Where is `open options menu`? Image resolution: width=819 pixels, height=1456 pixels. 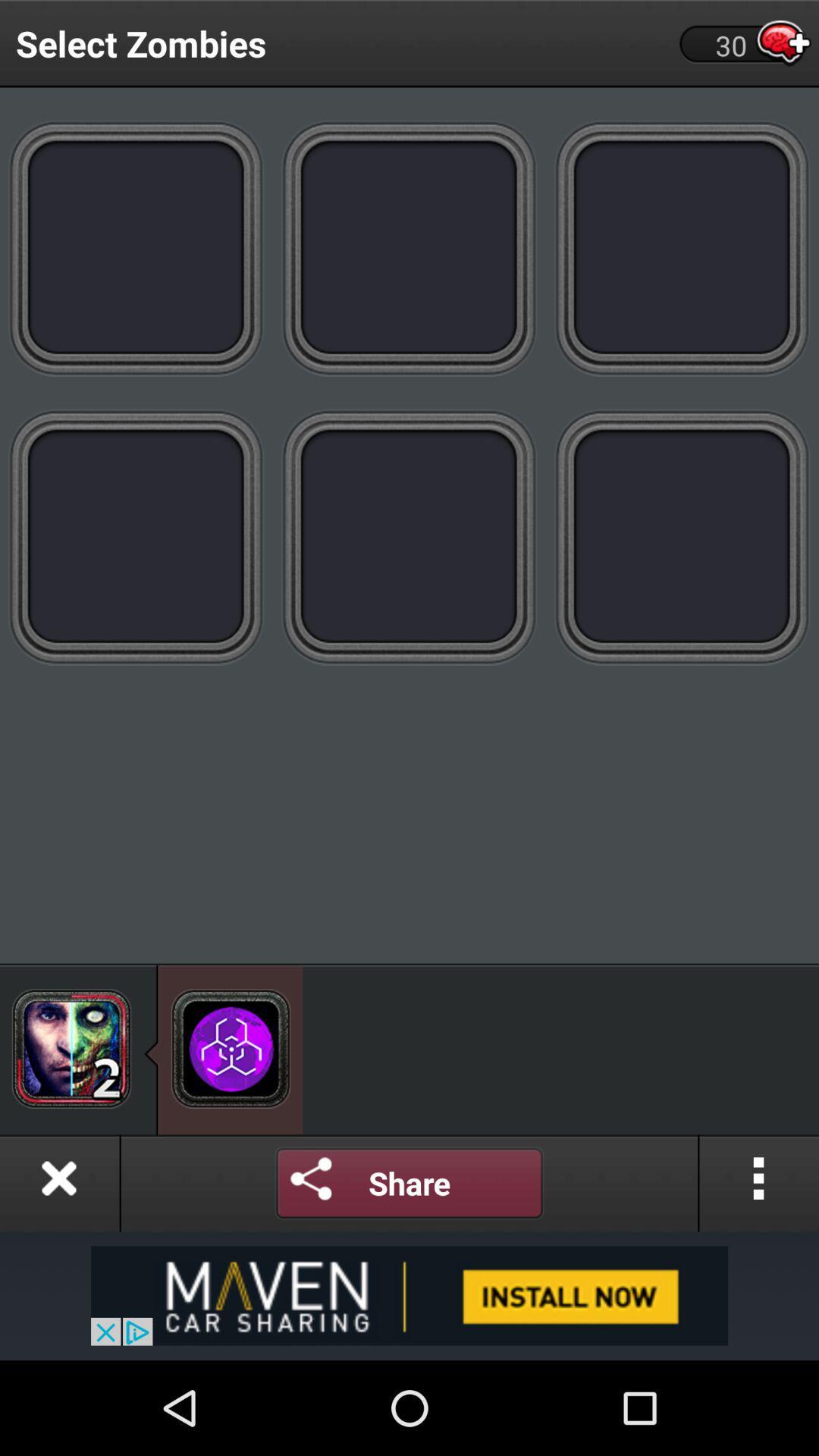 open options menu is located at coordinates (759, 1182).